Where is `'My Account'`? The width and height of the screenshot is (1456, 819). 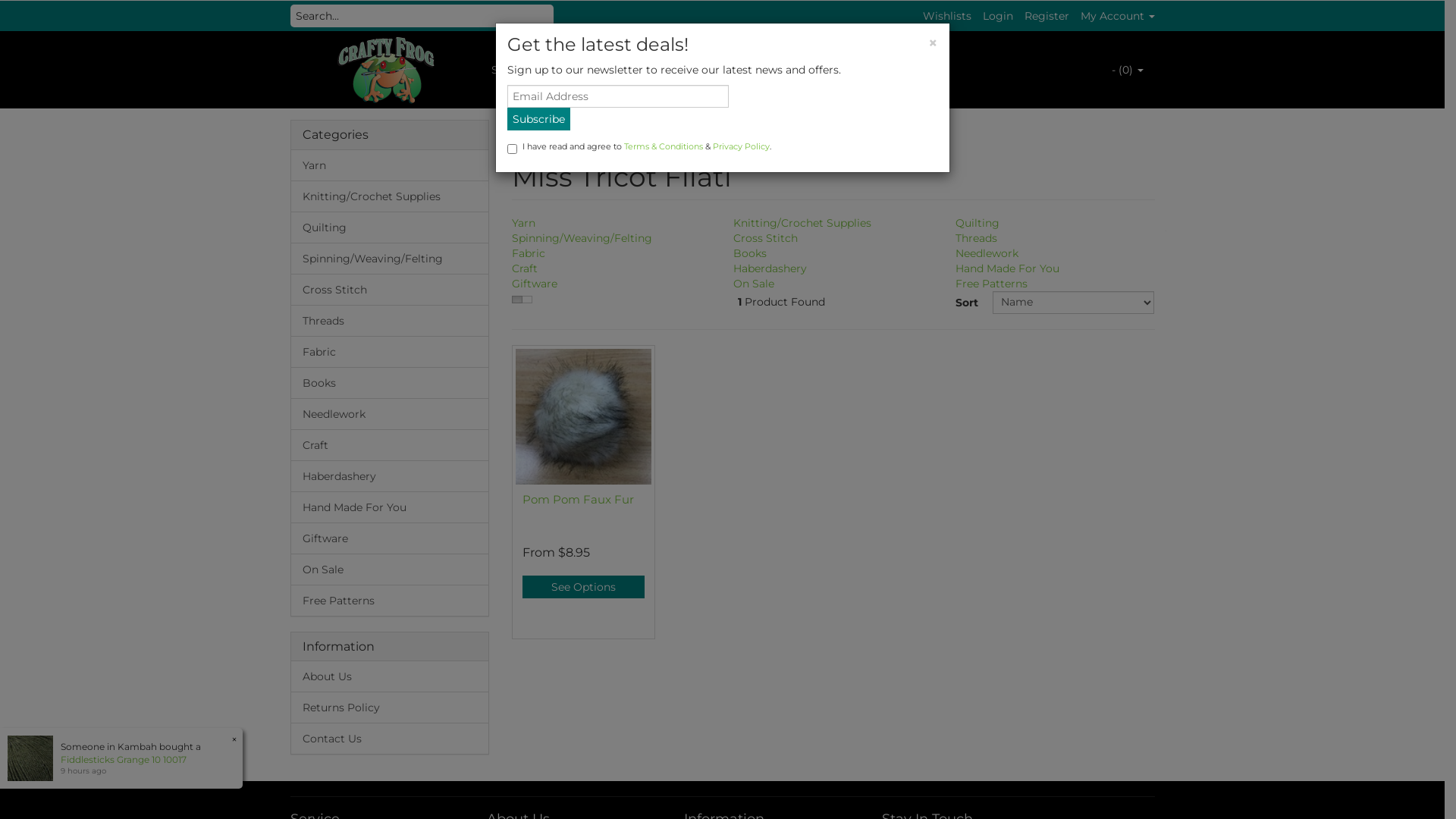 'My Account' is located at coordinates (1117, 15).